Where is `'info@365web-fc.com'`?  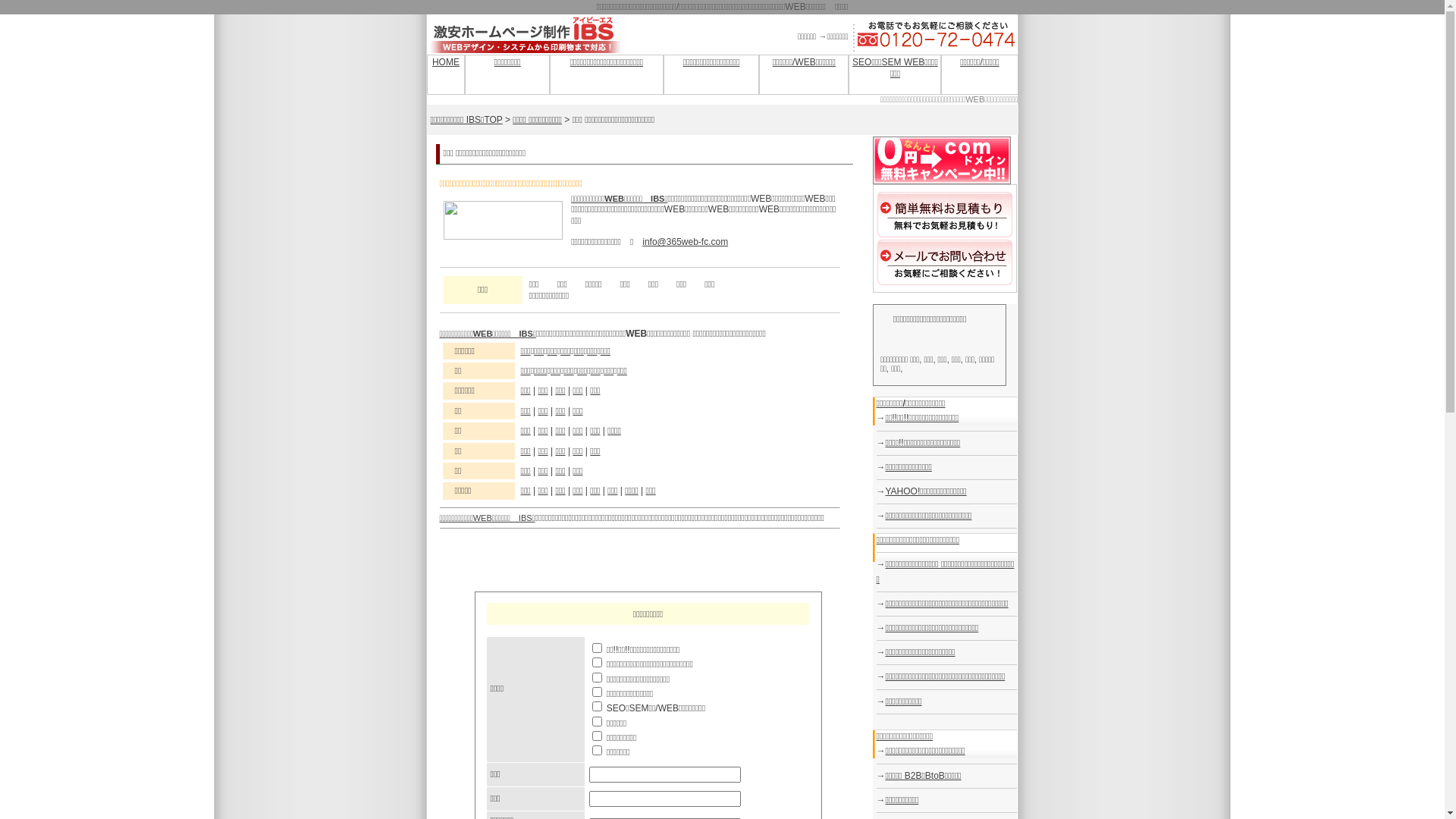 'info@365web-fc.com' is located at coordinates (684, 241).